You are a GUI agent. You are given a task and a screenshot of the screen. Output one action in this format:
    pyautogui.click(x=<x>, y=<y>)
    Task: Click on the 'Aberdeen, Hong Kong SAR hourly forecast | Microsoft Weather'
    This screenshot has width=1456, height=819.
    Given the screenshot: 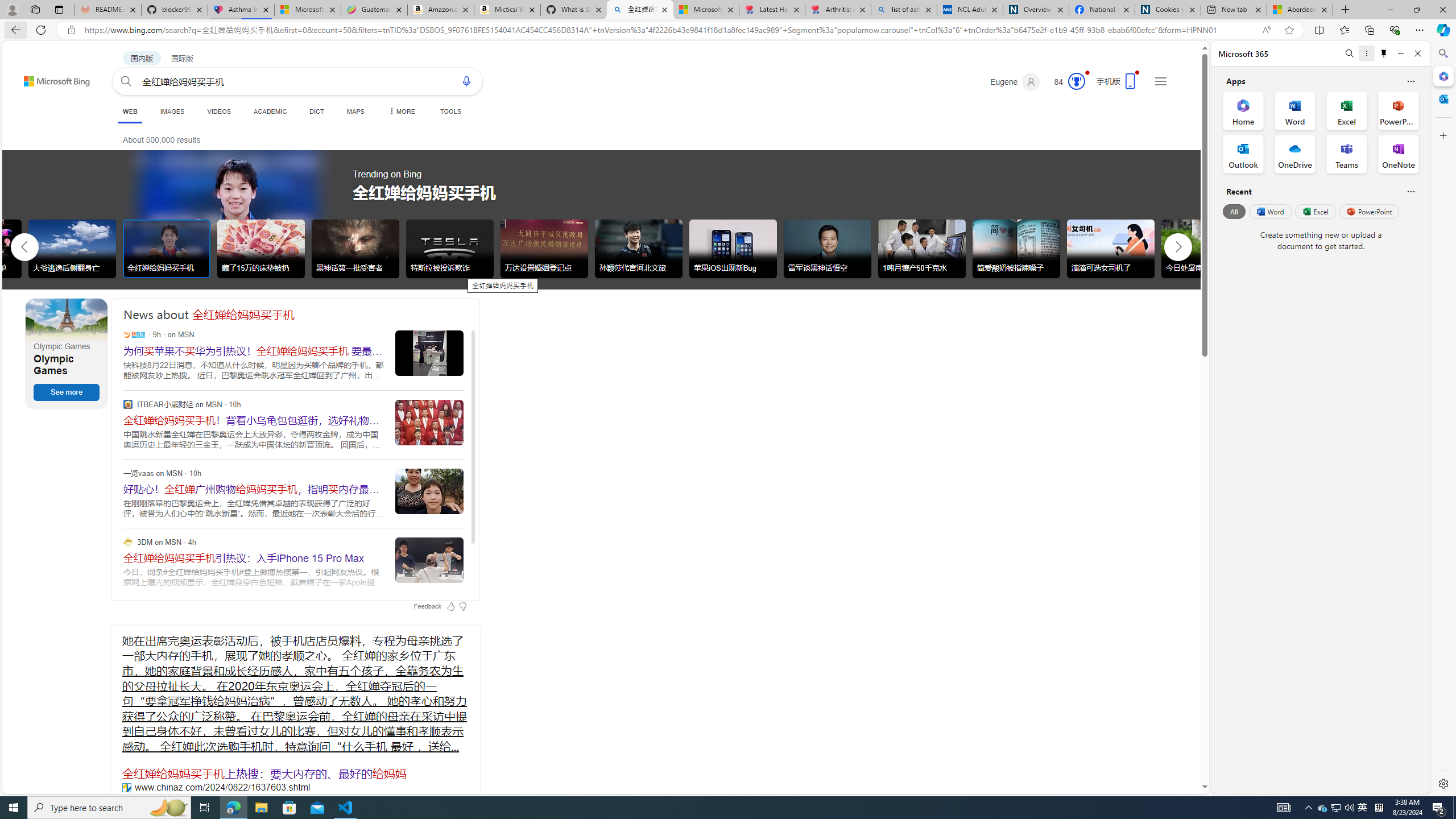 What is the action you would take?
    pyautogui.click(x=1300, y=9)
    